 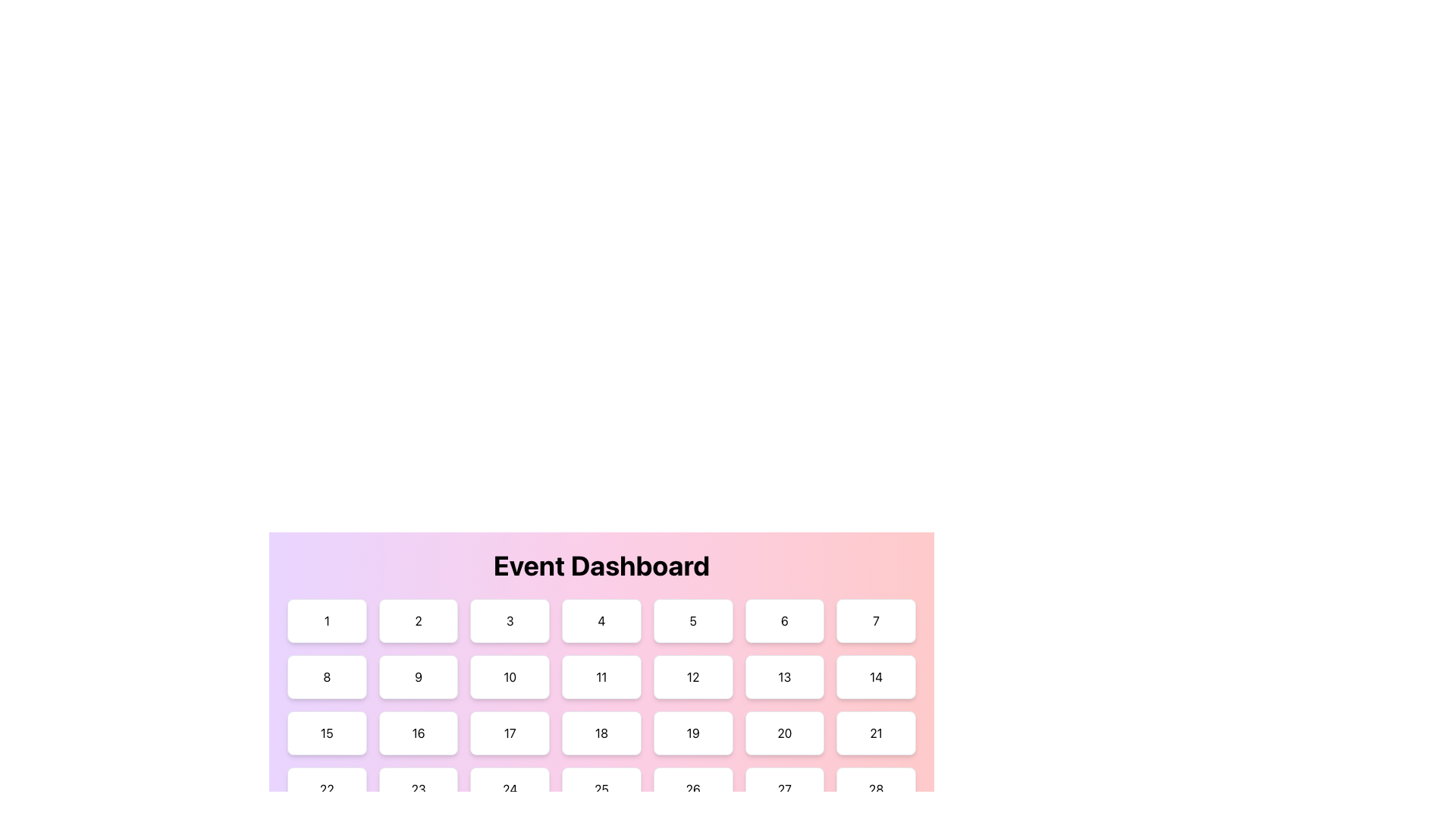 What do you see at coordinates (326, 620) in the screenshot?
I see `the interactive button labeled '1' located` at bounding box center [326, 620].